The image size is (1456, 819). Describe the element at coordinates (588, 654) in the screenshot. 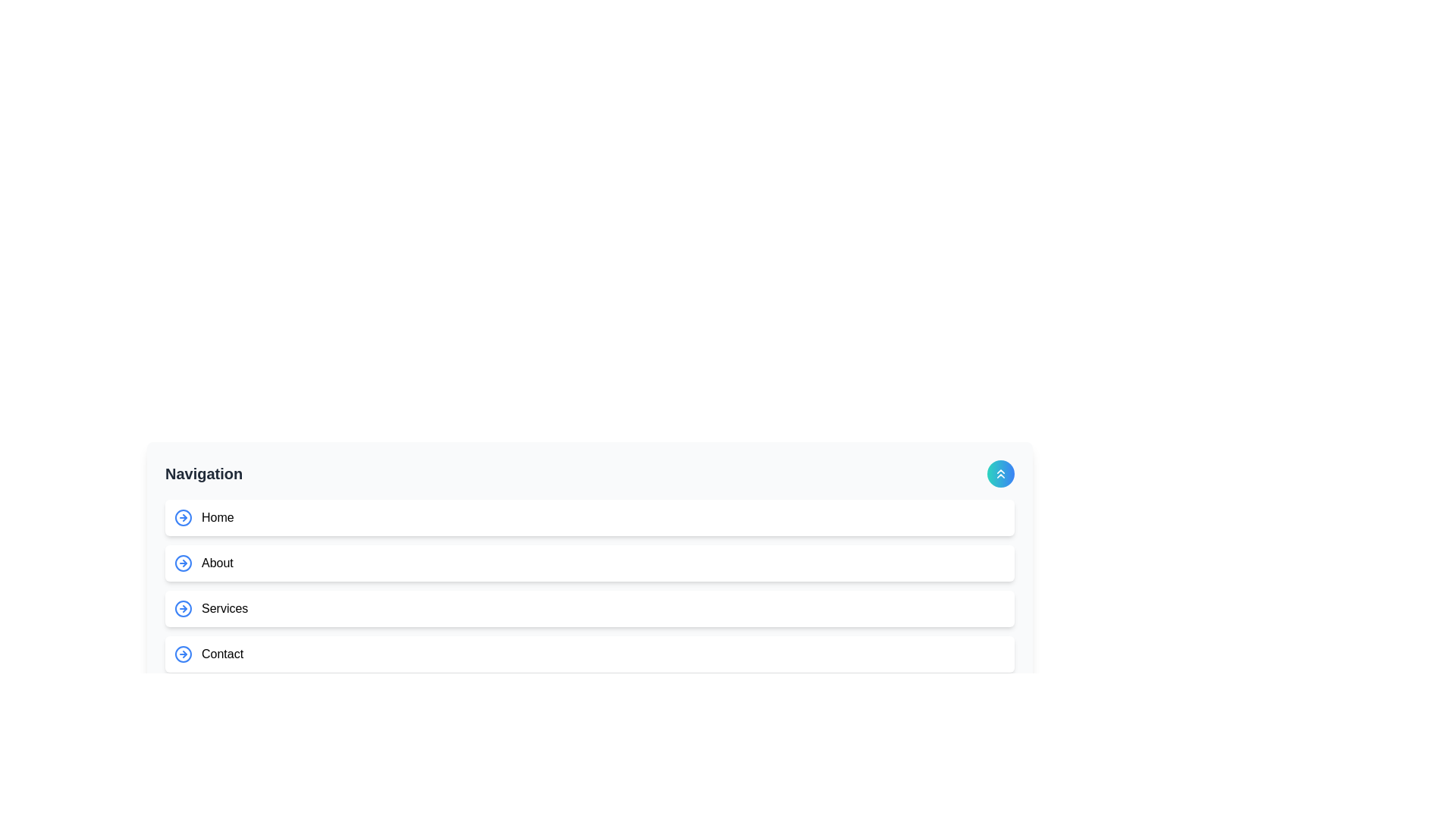

I see `the 'Contact' button located at the bottom of the vertical navigation menu` at that location.